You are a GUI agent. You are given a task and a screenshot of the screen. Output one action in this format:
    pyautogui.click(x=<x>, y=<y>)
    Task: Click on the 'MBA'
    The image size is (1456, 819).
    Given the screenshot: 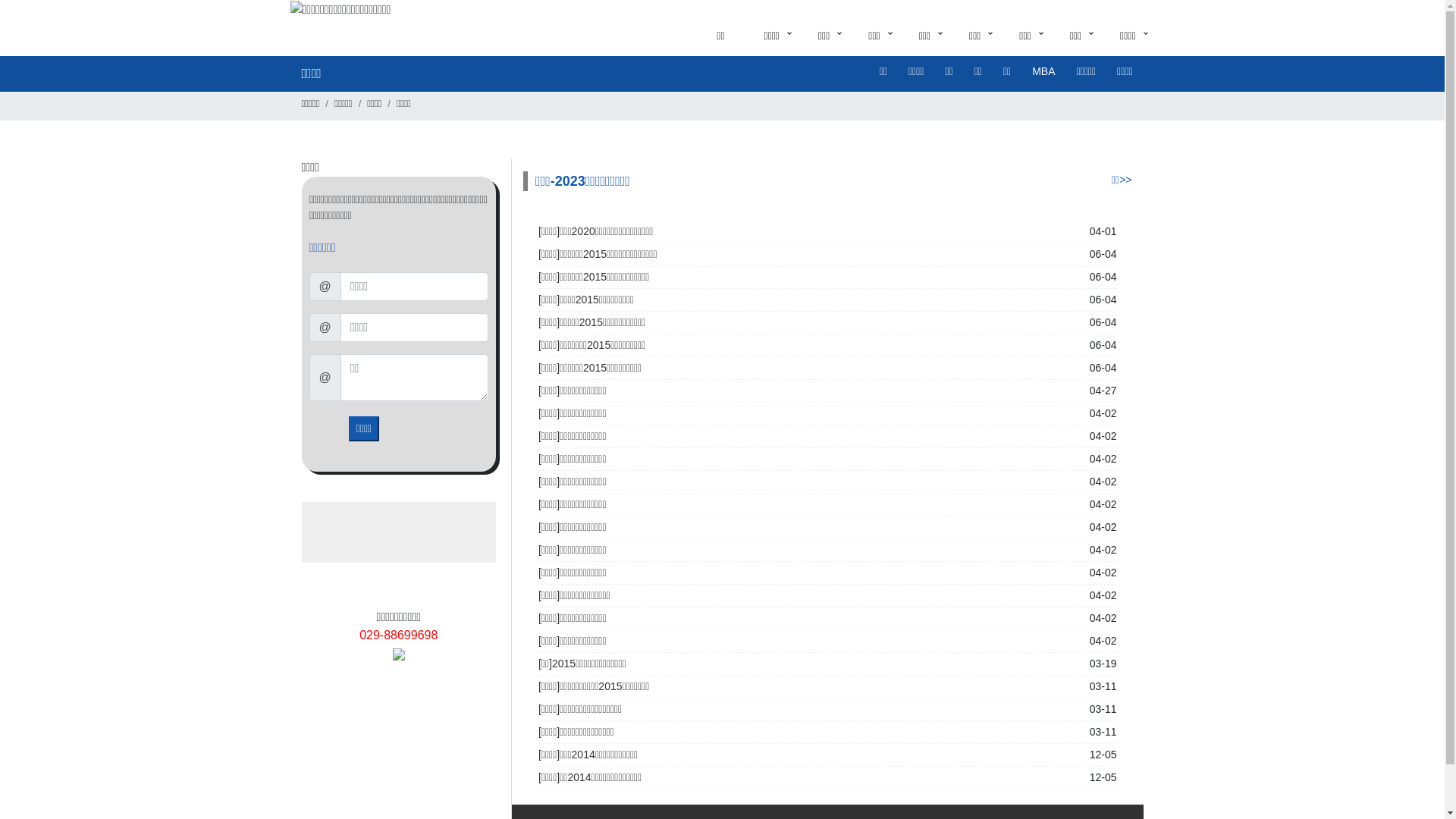 What is the action you would take?
    pyautogui.click(x=1043, y=71)
    